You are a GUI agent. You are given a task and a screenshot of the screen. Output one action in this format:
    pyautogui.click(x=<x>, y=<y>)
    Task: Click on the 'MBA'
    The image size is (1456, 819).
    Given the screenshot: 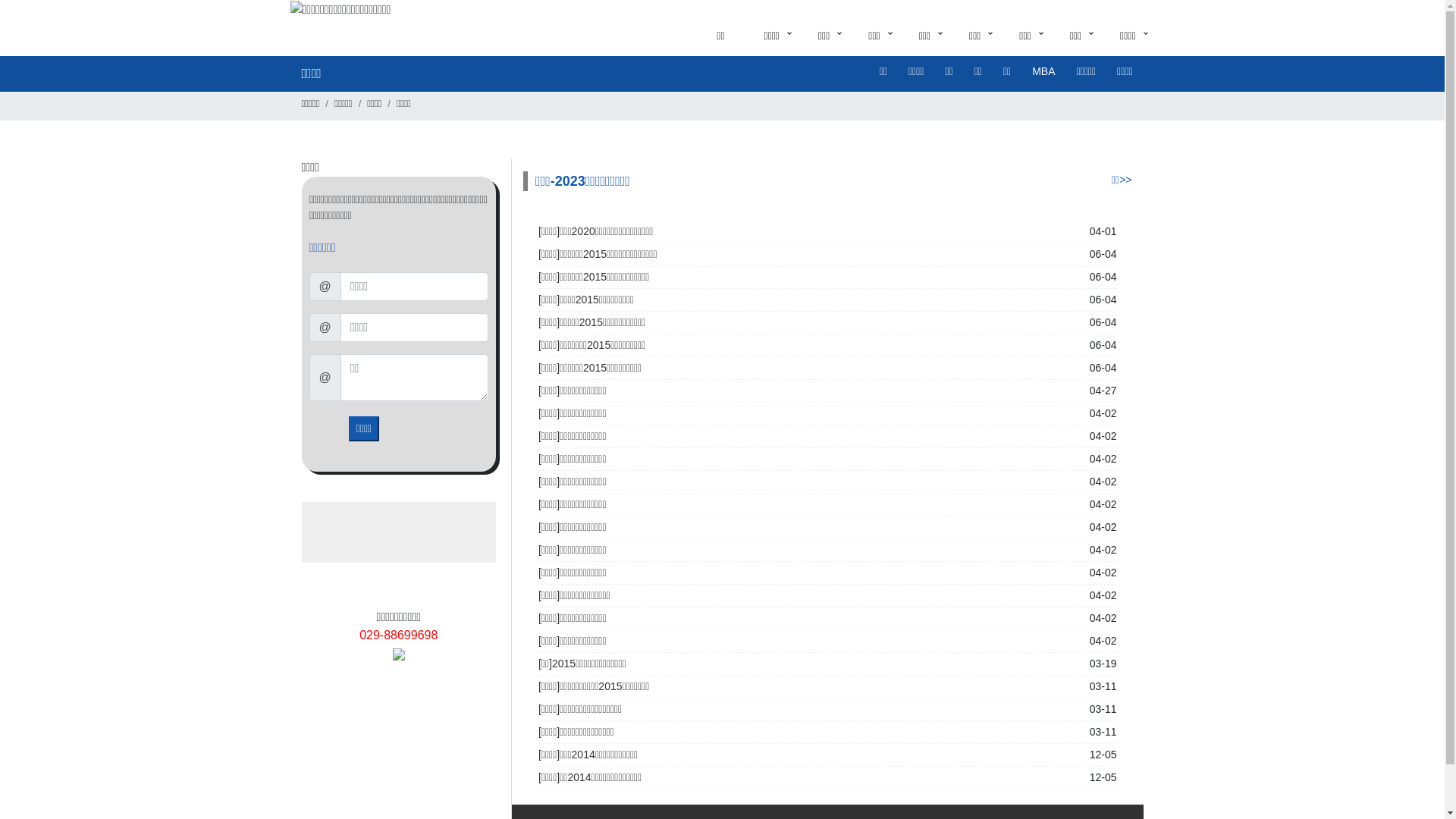 What is the action you would take?
    pyautogui.click(x=1043, y=71)
    